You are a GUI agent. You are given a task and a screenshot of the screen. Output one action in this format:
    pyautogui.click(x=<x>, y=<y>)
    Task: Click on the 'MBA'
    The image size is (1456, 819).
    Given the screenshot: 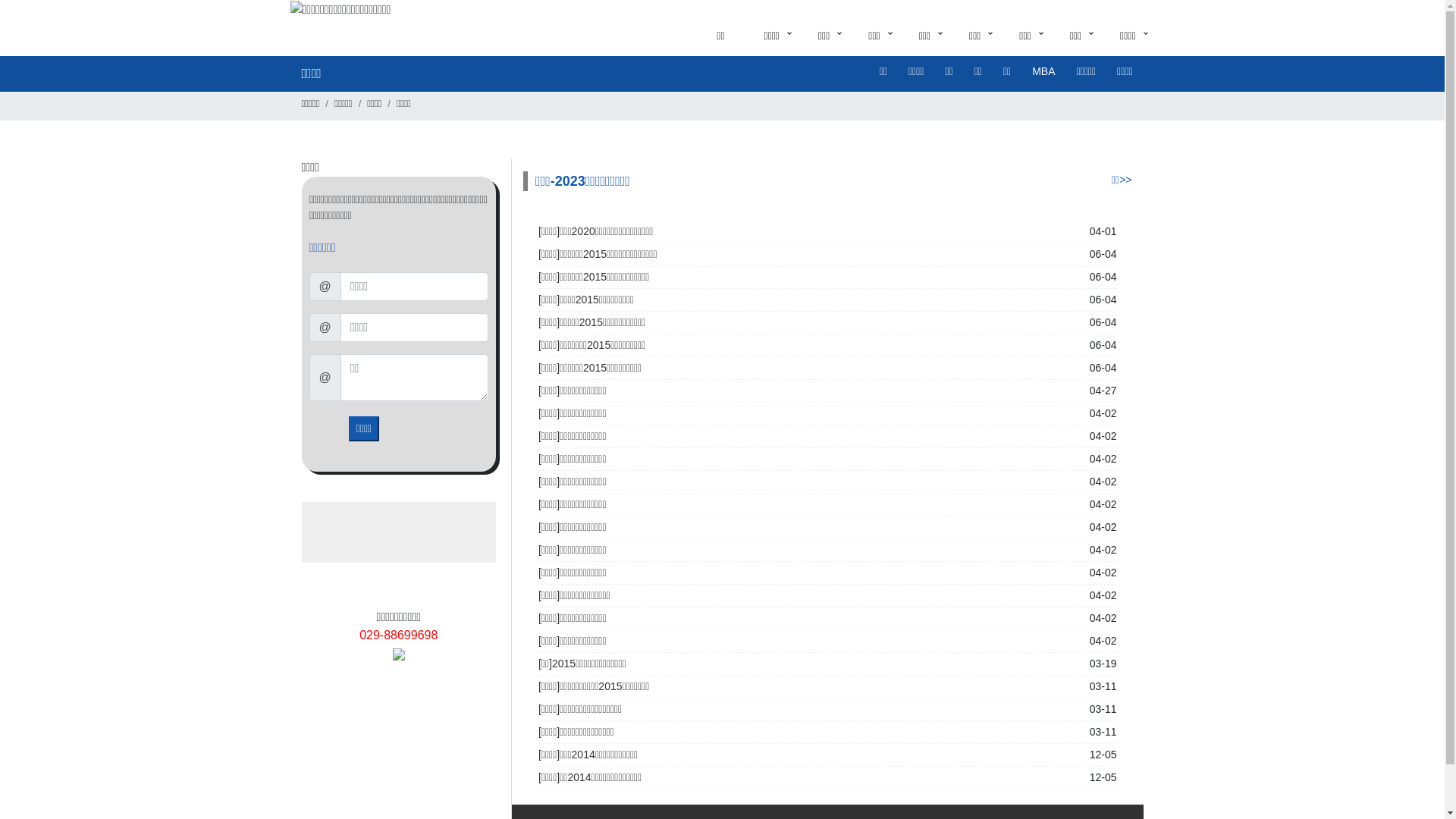 What is the action you would take?
    pyautogui.click(x=1043, y=71)
    